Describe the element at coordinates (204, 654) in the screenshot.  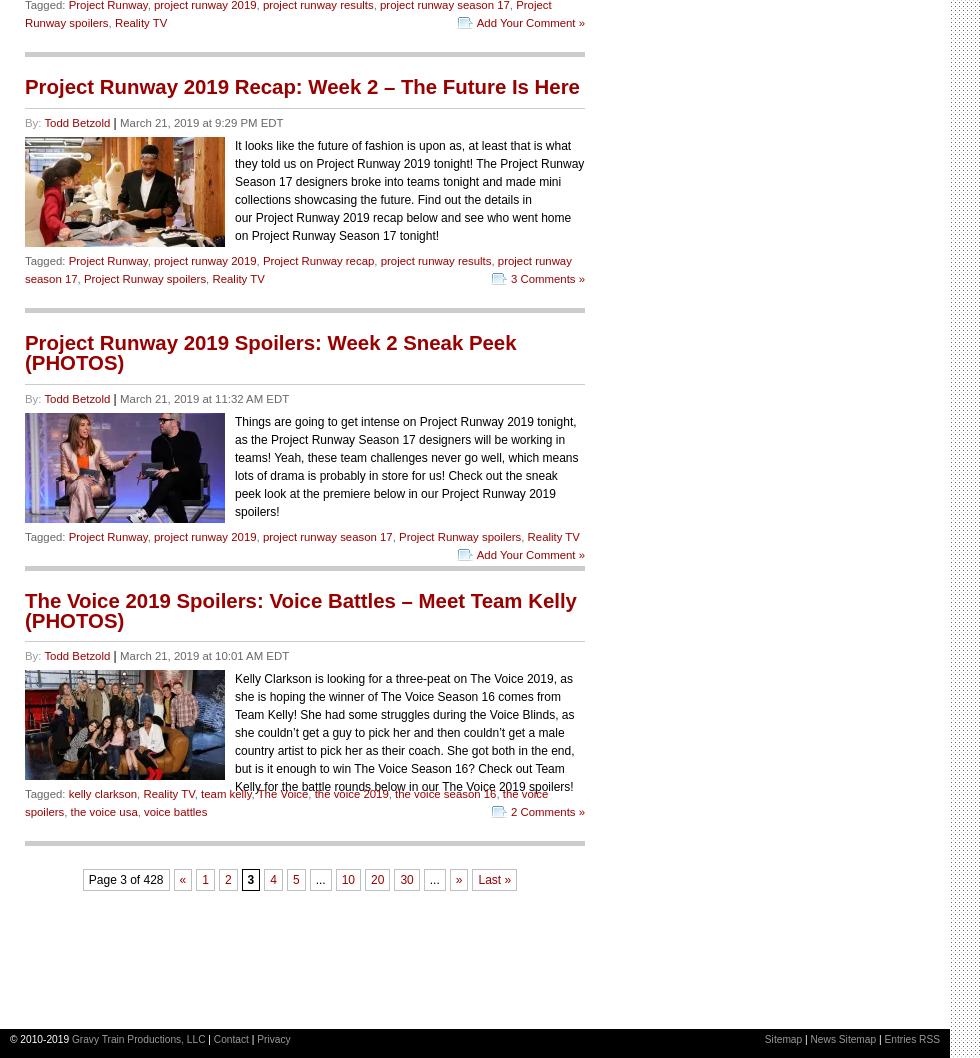
I see `'March 21, 2019 at 10:01 AM EDT'` at that location.